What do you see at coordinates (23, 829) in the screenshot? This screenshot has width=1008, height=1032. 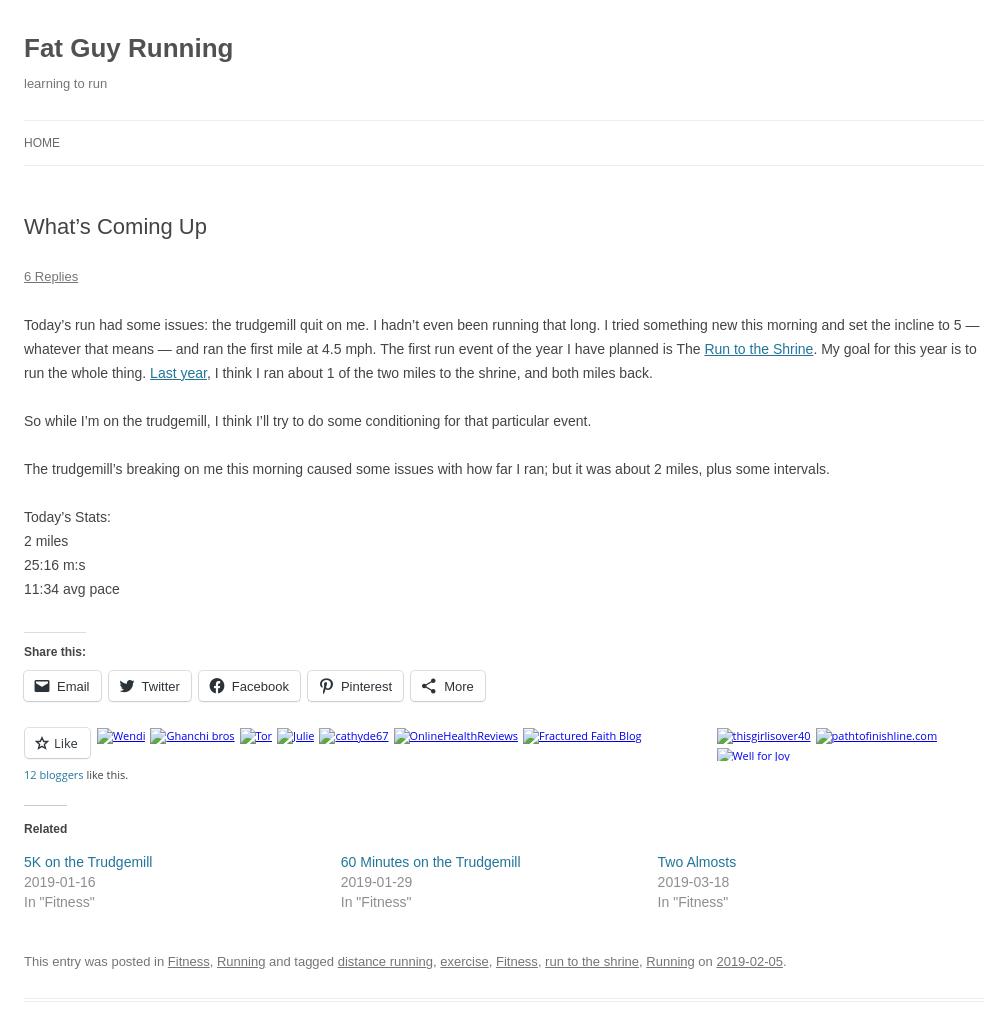 I see `'Related'` at bounding box center [23, 829].